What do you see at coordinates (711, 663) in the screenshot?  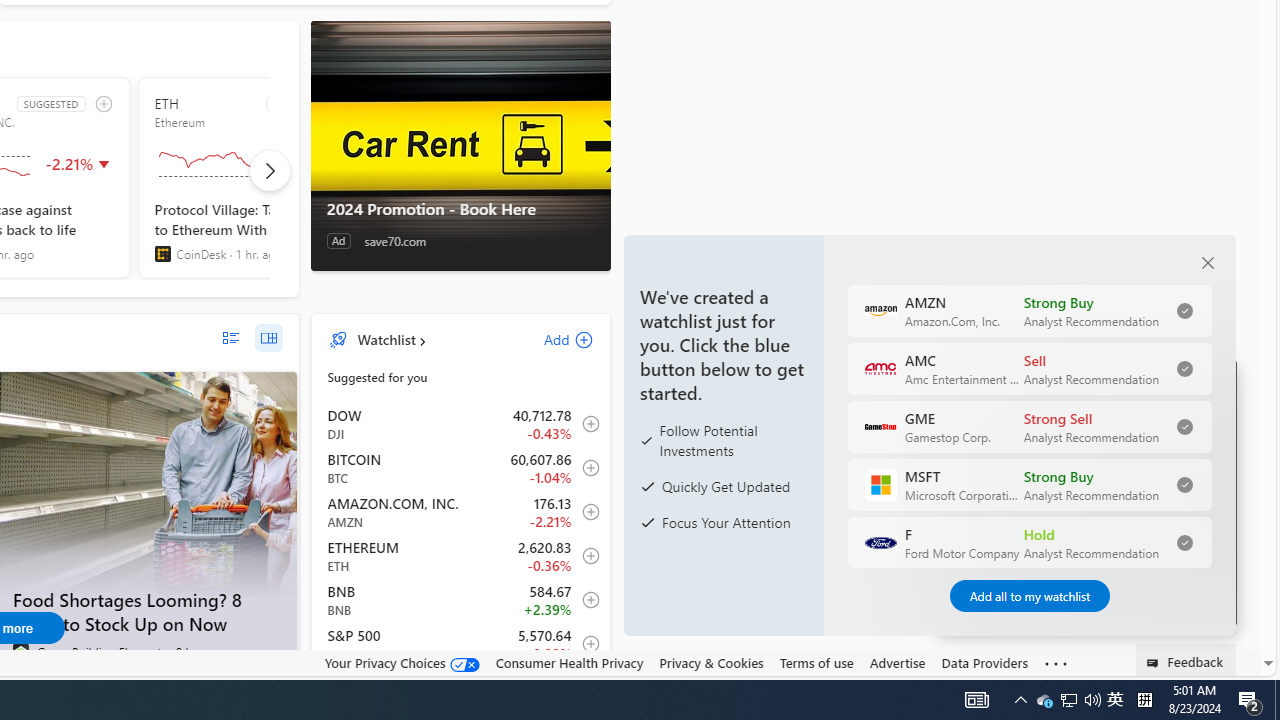 I see `'Privacy & Cookies'` at bounding box center [711, 663].